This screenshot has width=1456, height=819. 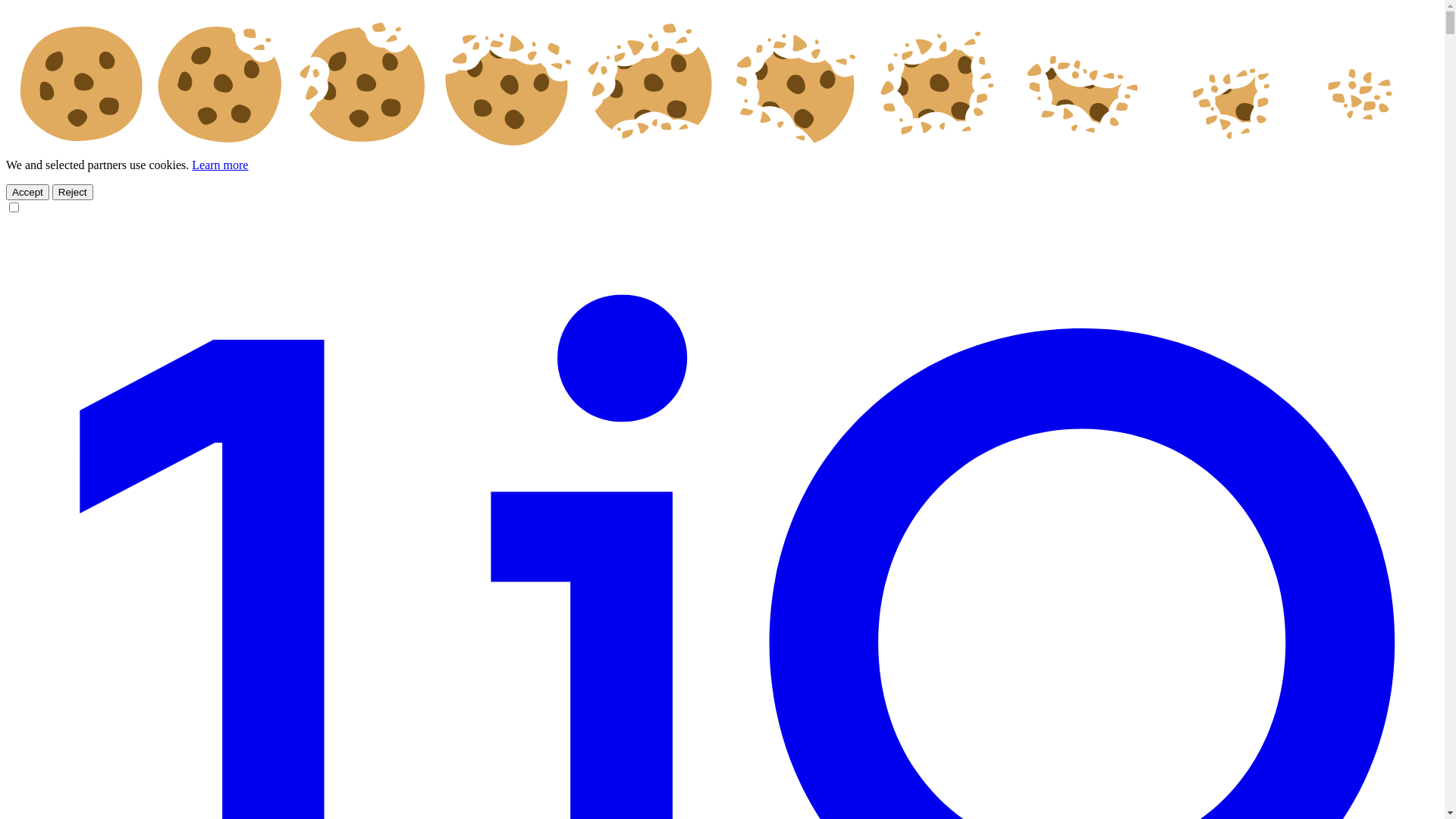 I want to click on 'Reject', so click(x=72, y=191).